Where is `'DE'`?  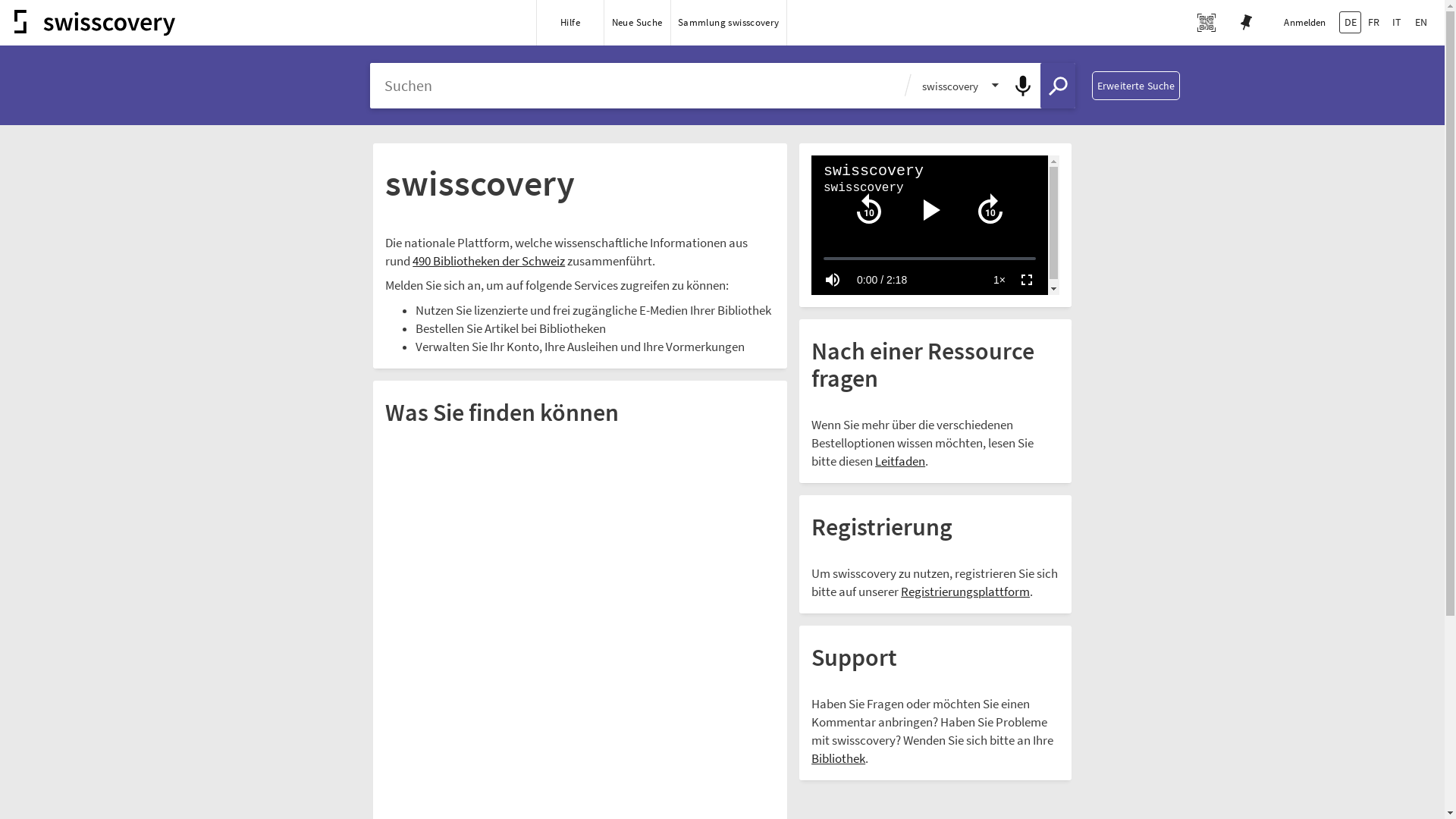
'DE' is located at coordinates (1339, 22).